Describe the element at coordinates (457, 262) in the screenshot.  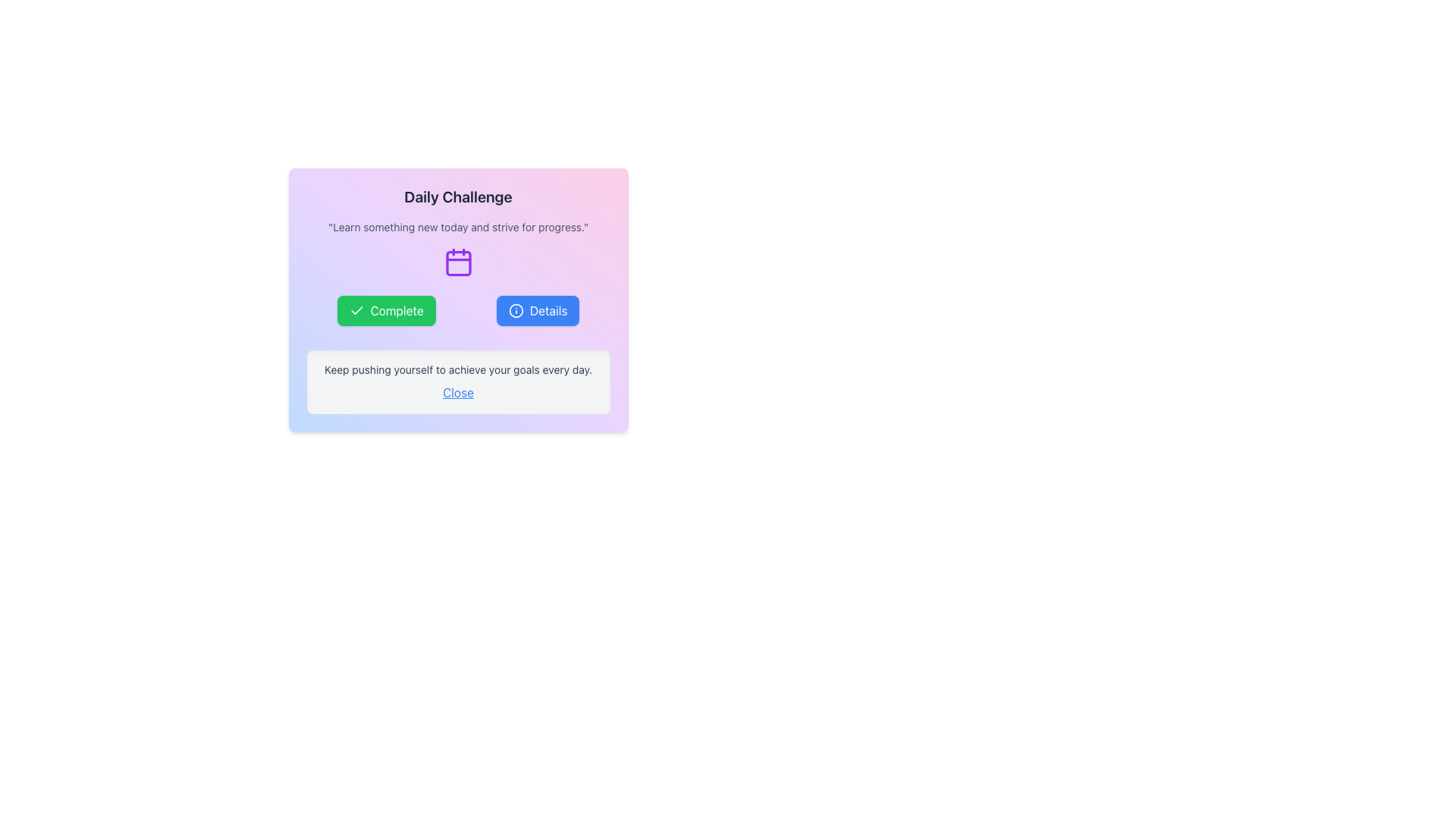
I see `the stylized calendar icon with a purple outline, located in the section containing 'Daily Challenge' text above and 'Complete' and 'Details' buttons below` at that location.